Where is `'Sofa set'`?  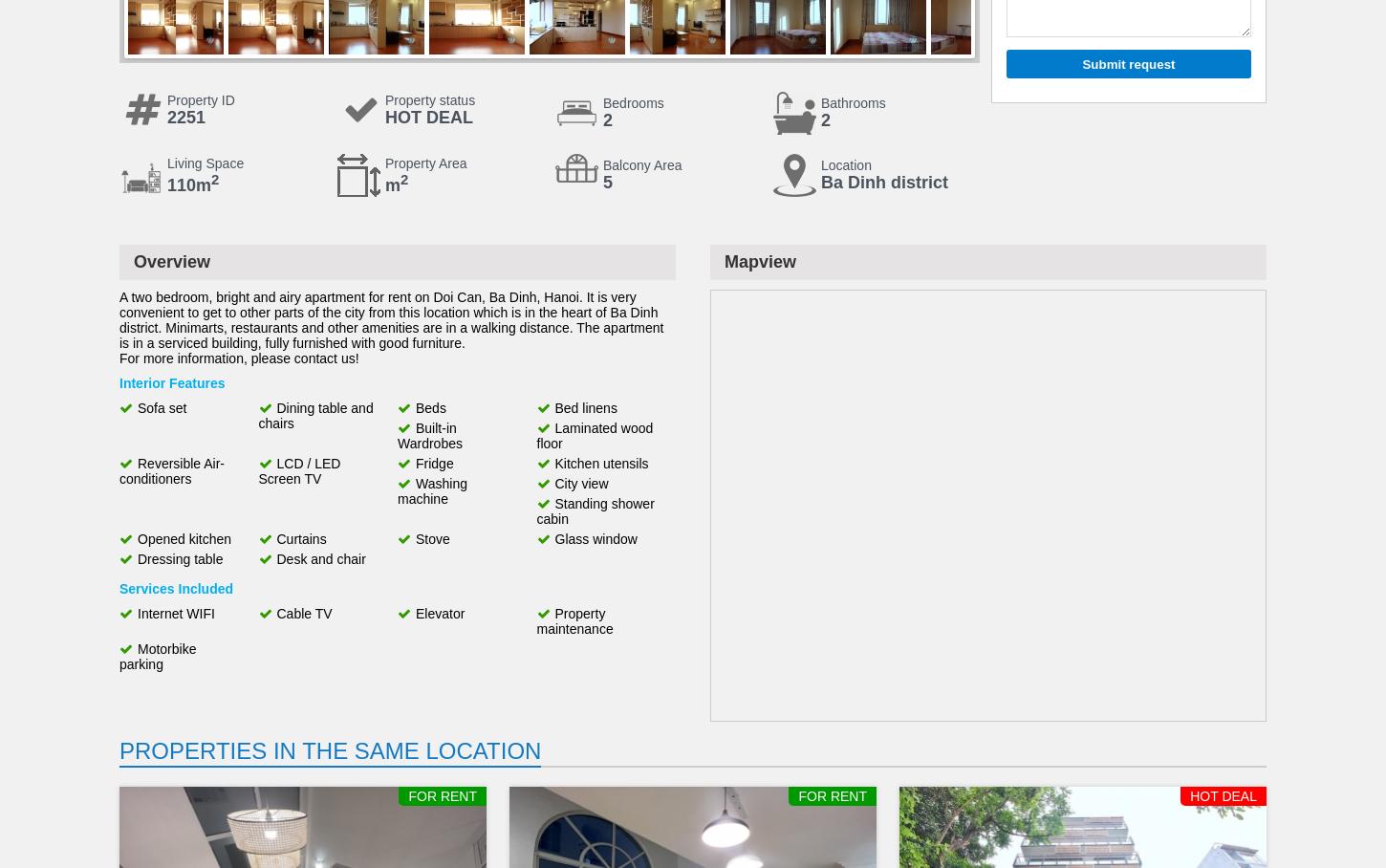
'Sofa set' is located at coordinates (161, 408).